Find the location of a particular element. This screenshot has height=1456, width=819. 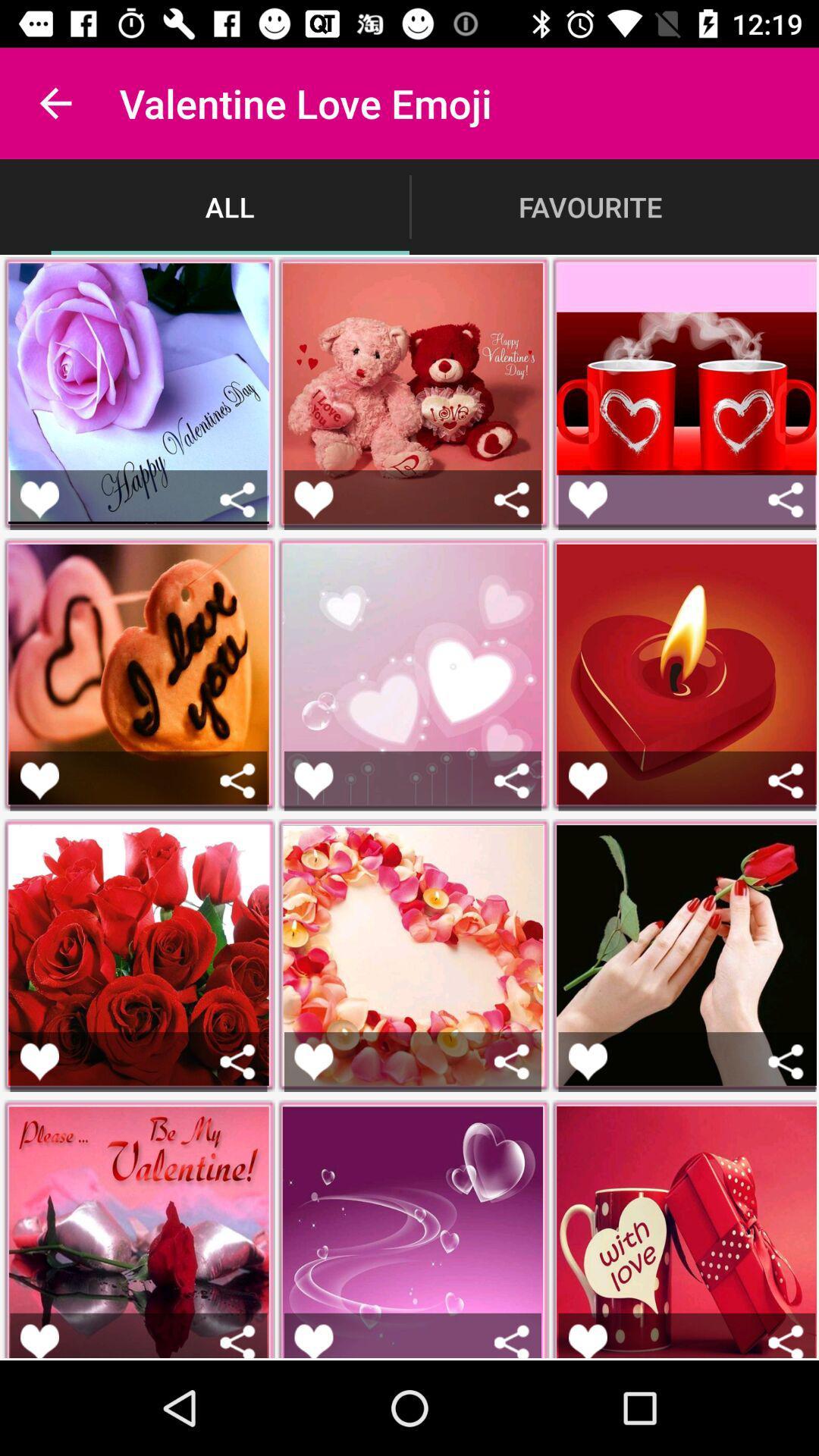

option is located at coordinates (587, 500).